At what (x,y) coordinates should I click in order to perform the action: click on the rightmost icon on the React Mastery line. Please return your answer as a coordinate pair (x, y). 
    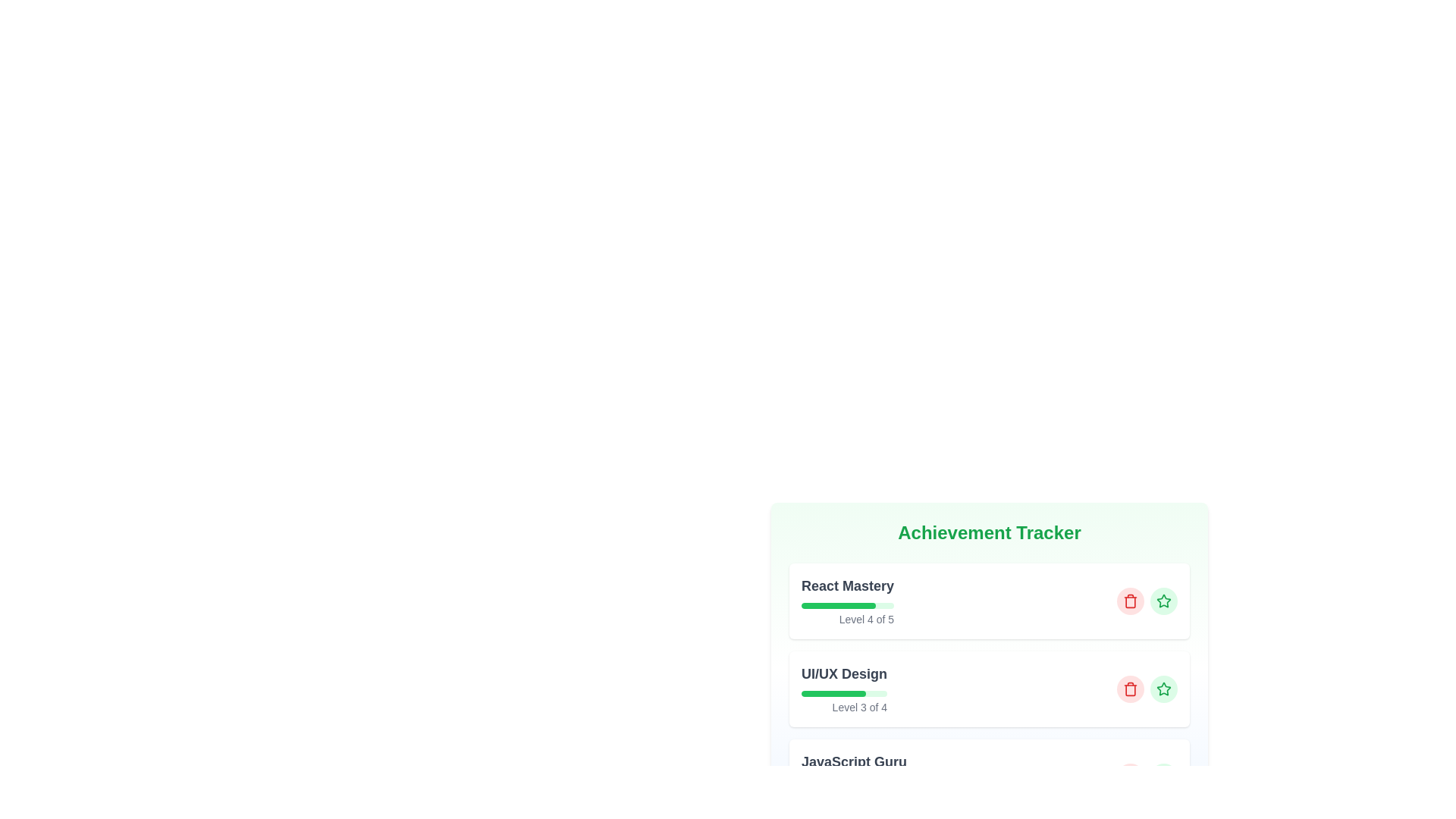
    Looking at the image, I should click on (1163, 689).